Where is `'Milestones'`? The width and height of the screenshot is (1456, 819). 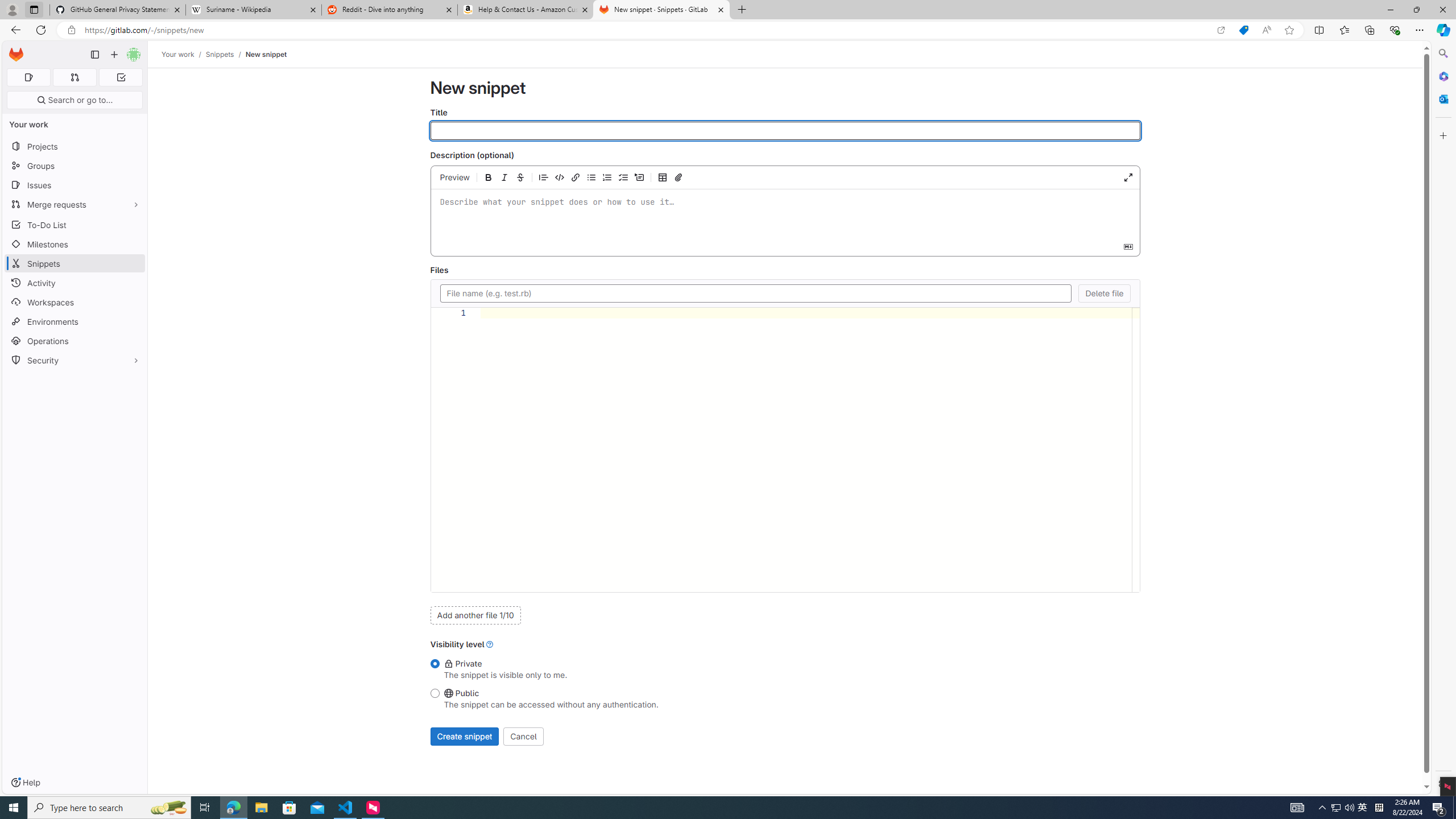
'Milestones' is located at coordinates (74, 243).